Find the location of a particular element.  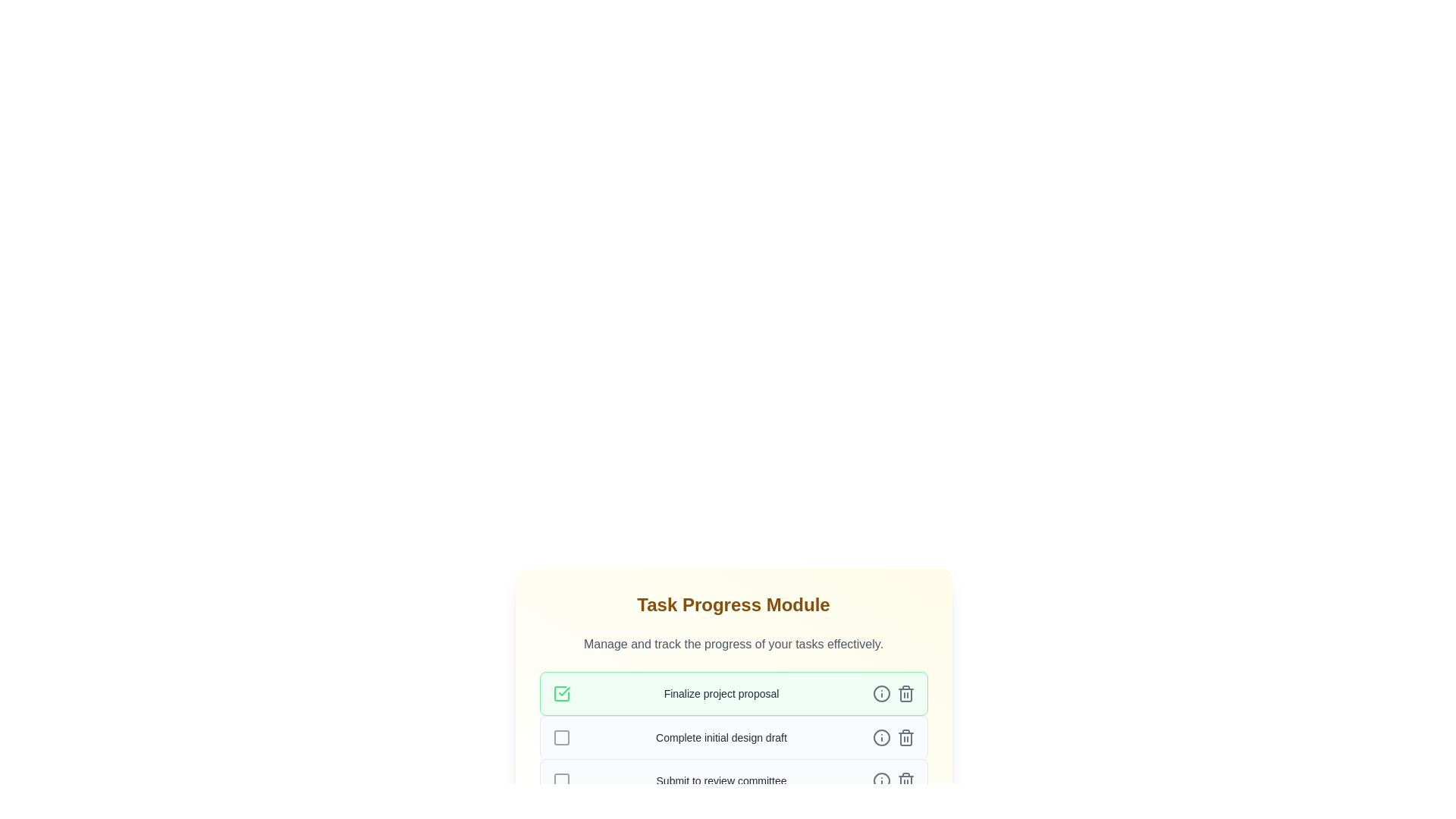

the circular outline icon located to the right of the 'Finalize project proposal' task in the interface is located at coordinates (881, 693).